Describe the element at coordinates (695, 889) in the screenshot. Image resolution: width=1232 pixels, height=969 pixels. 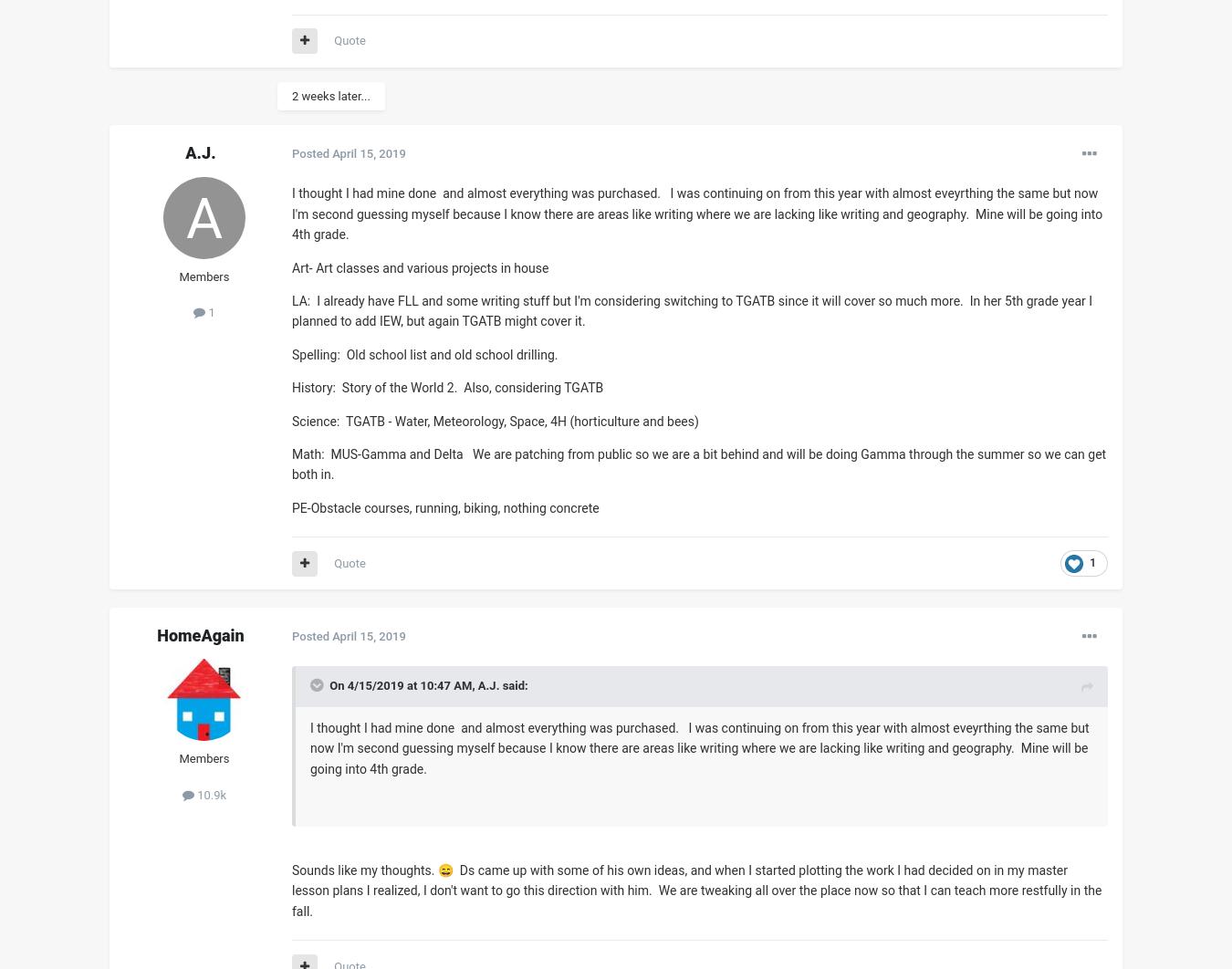
I see `'Ds came up with some of his own ideas, and when I started plotting the work I had decided on in my master lesson plans I realized, I don't want to go this direction with him.  We are tweaking all over the place now so that I can teach more restfully in the fall.'` at that location.